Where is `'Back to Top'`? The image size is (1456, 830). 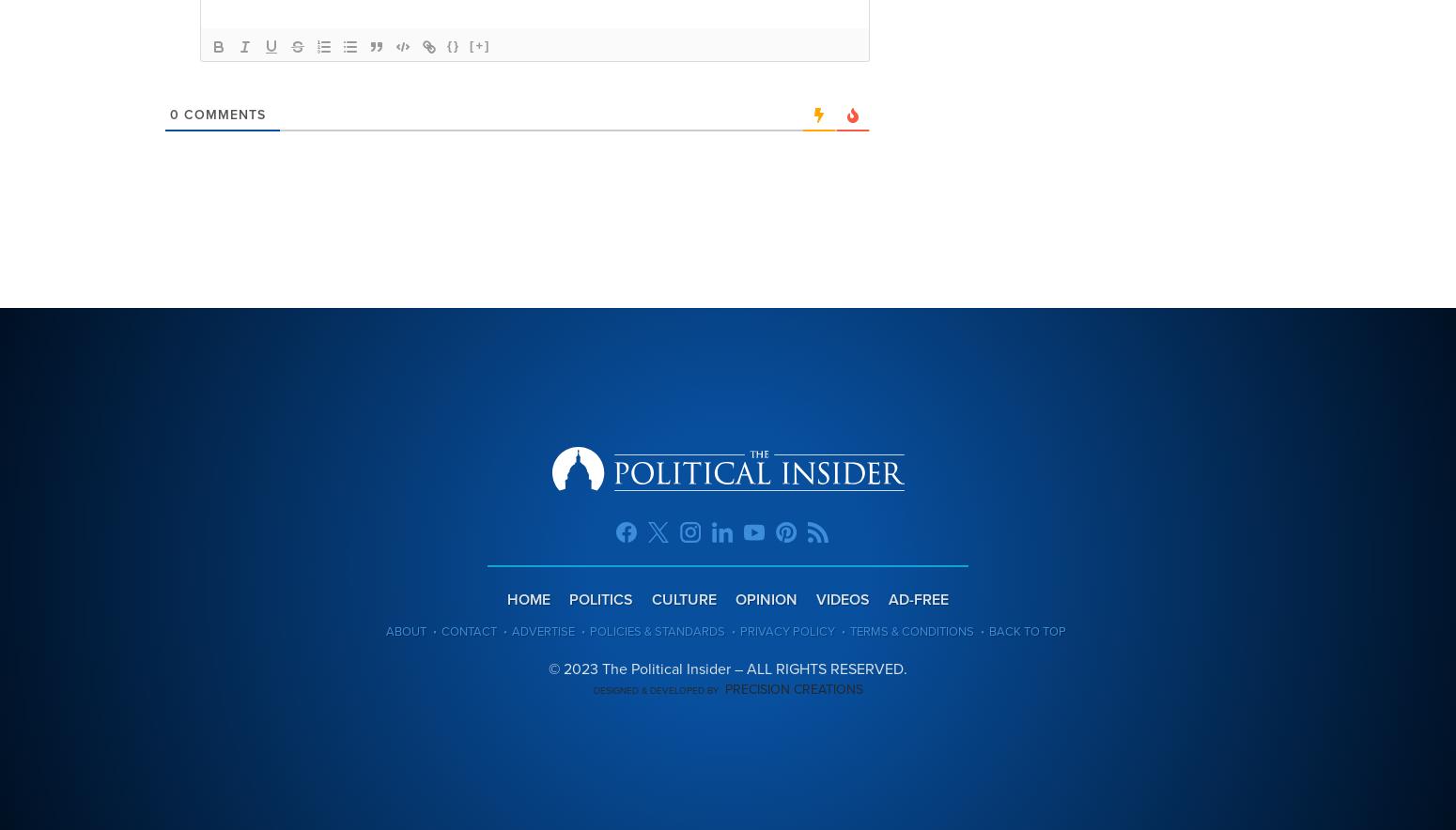
'Back to Top' is located at coordinates (987, 631).